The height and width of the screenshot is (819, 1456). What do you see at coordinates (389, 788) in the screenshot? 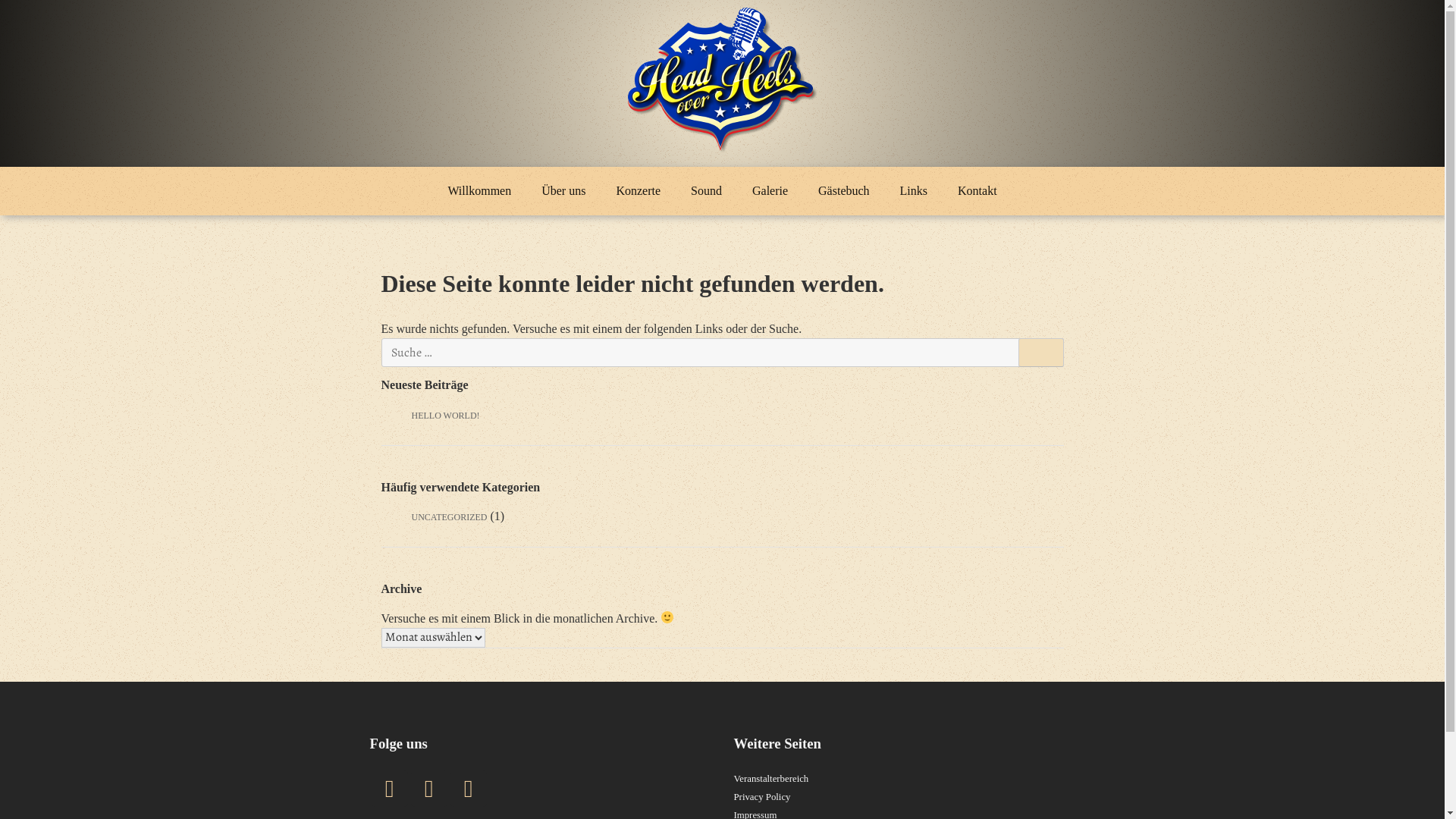
I see `'facebook'` at bounding box center [389, 788].